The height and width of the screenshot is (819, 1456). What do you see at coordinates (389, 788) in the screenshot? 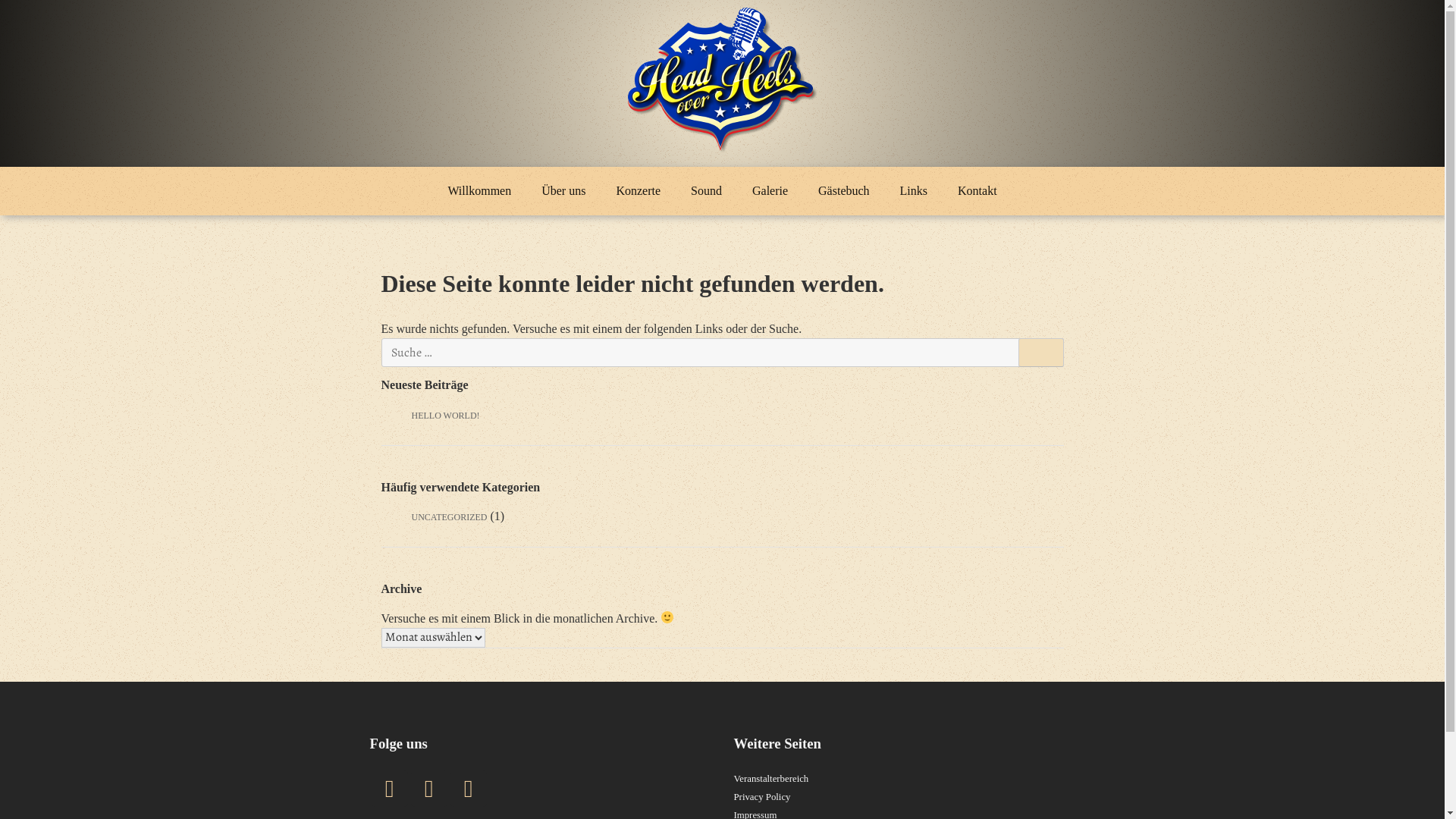
I see `'facebook'` at bounding box center [389, 788].